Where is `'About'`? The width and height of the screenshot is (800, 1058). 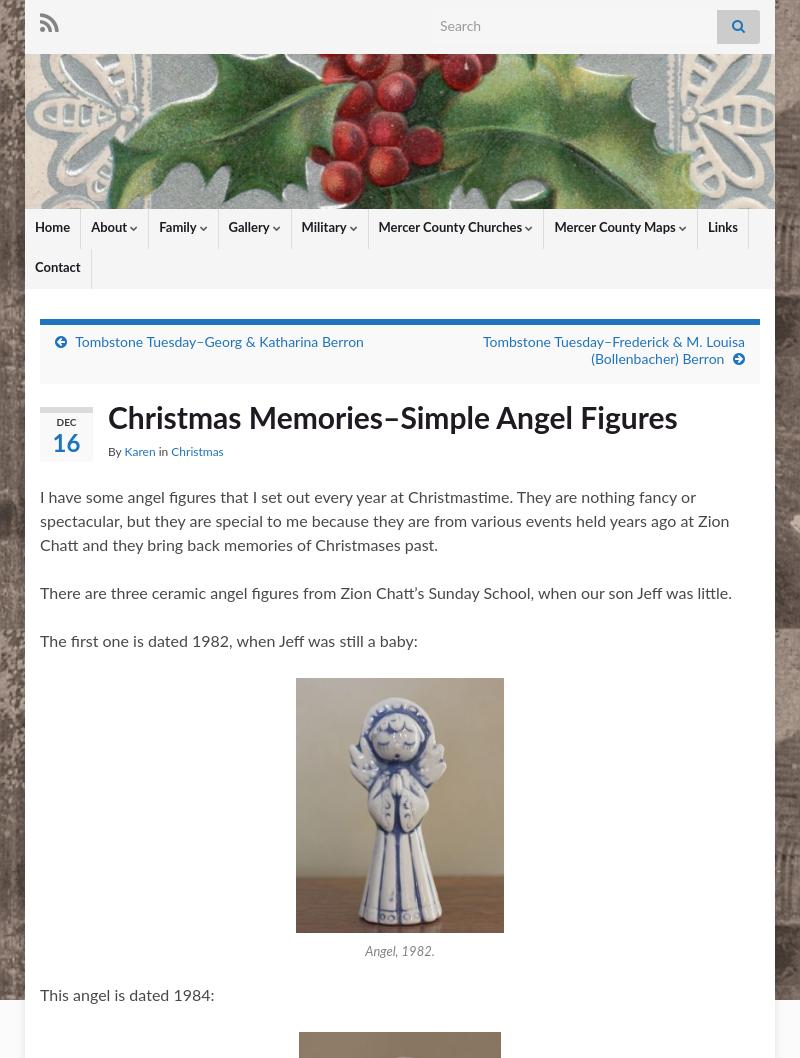 'About' is located at coordinates (109, 227).